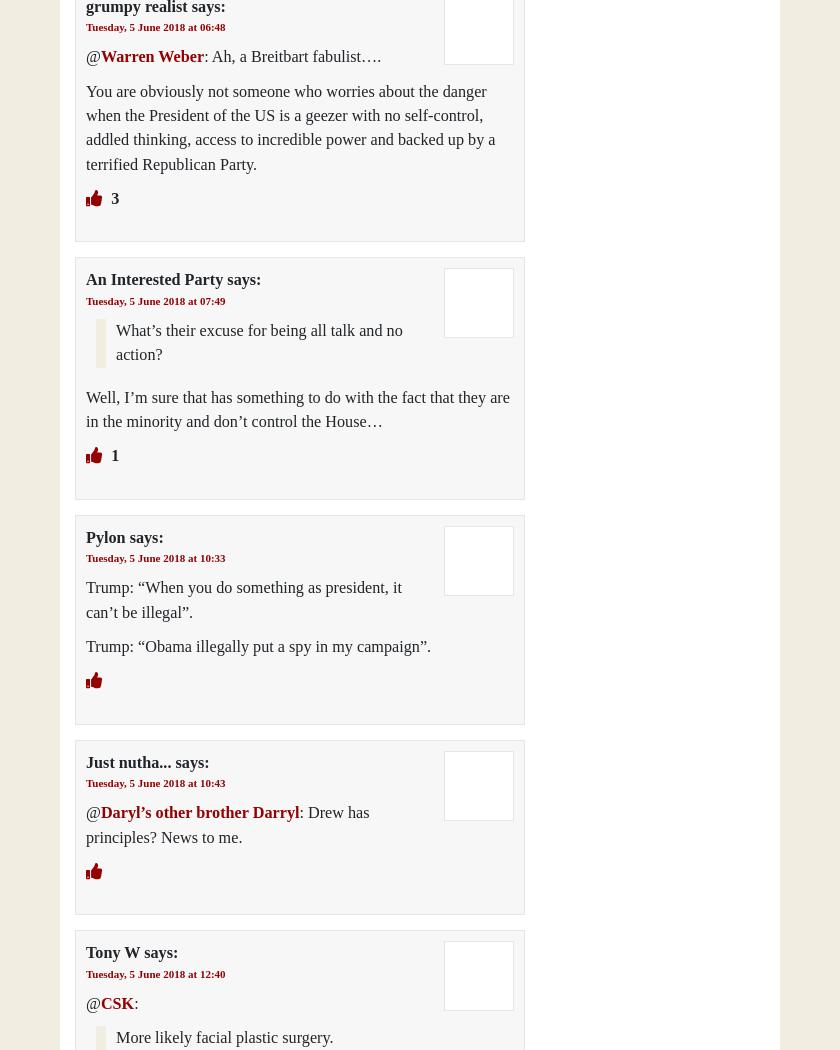  Describe the element at coordinates (113, 456) in the screenshot. I see `'1'` at that location.